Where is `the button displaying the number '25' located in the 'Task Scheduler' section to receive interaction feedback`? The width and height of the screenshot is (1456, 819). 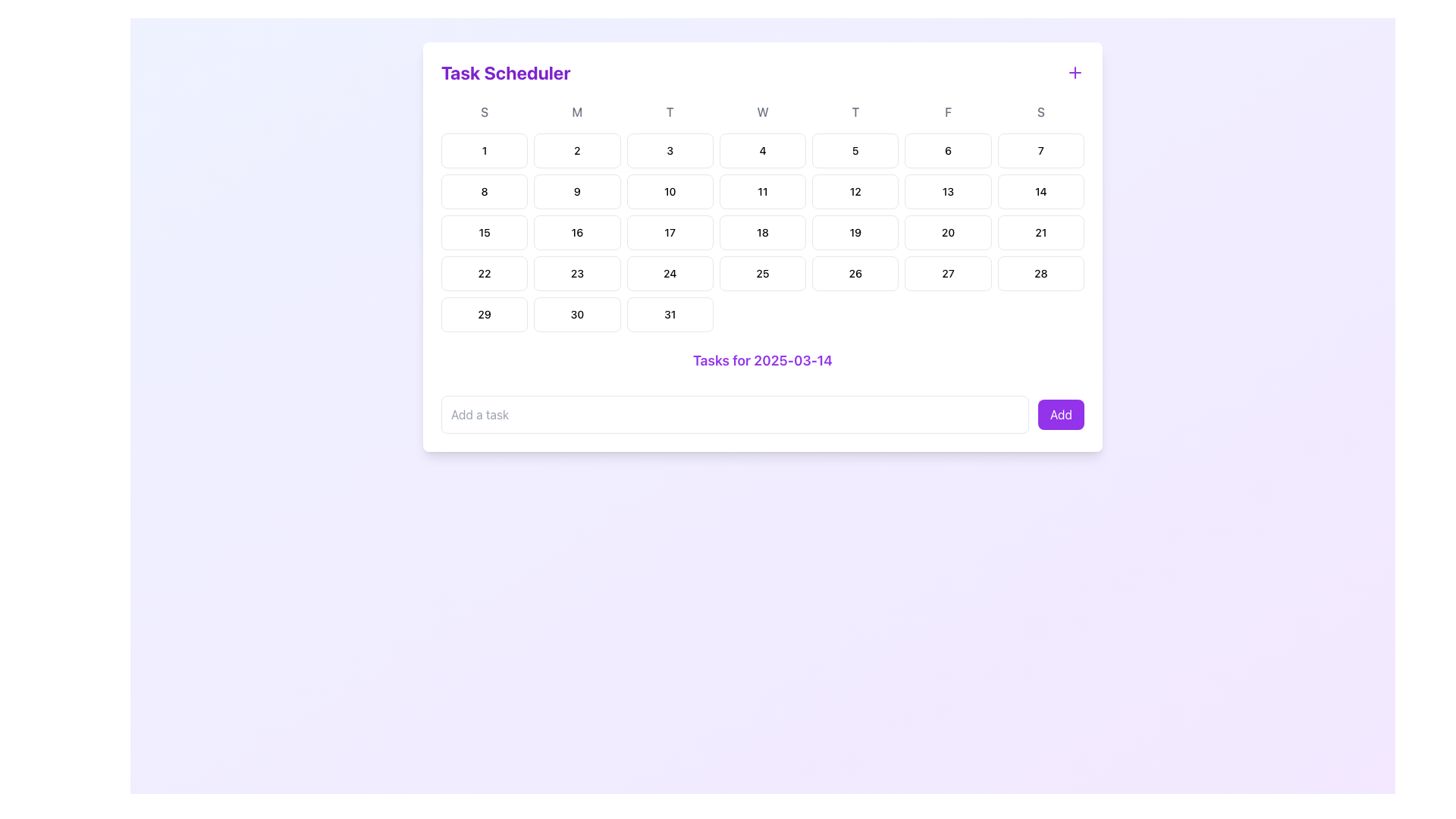 the button displaying the number '25' located in the 'Task Scheduler' section to receive interaction feedback is located at coordinates (763, 274).